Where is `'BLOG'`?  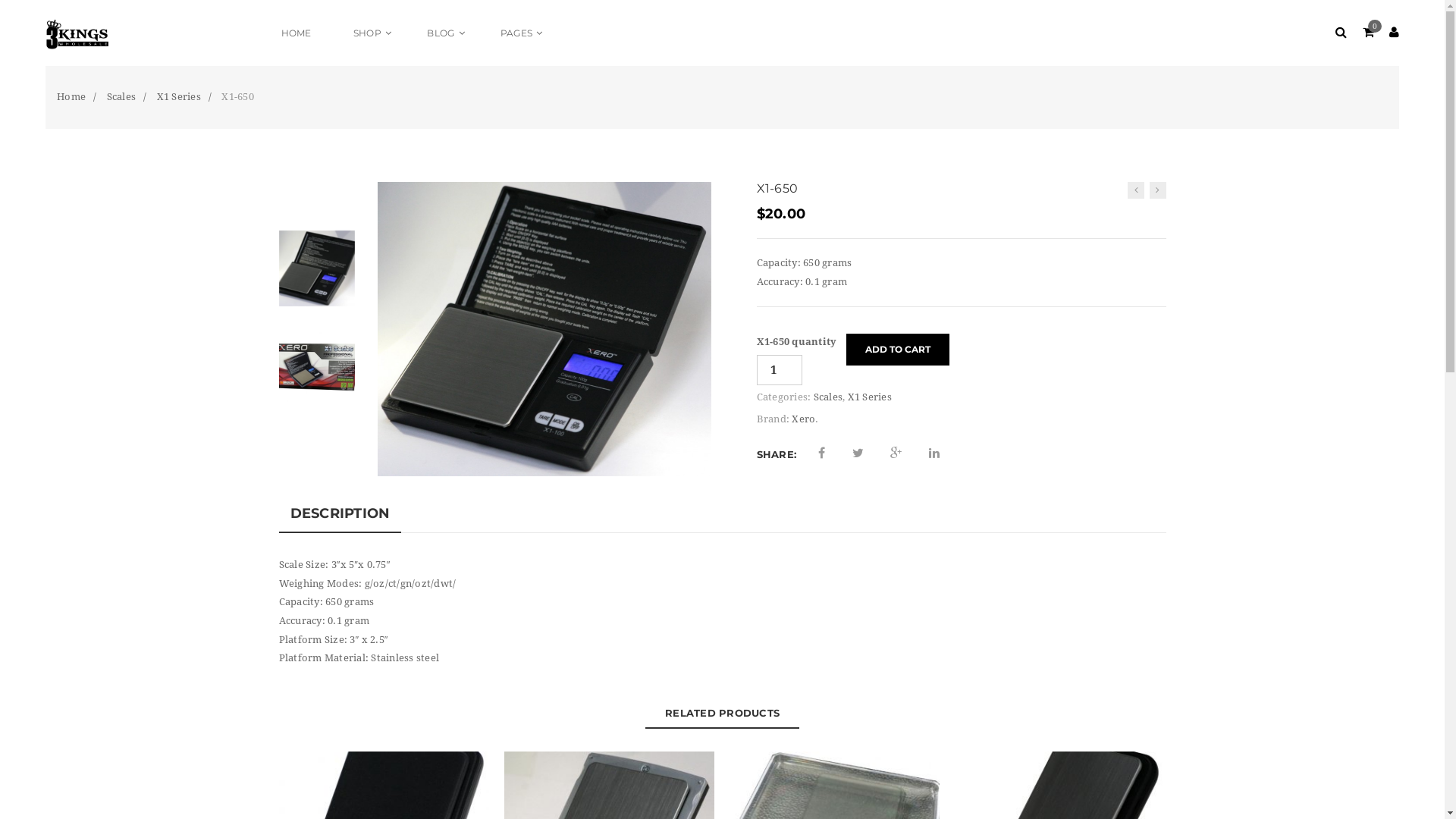 'BLOG' is located at coordinates (441, 33).